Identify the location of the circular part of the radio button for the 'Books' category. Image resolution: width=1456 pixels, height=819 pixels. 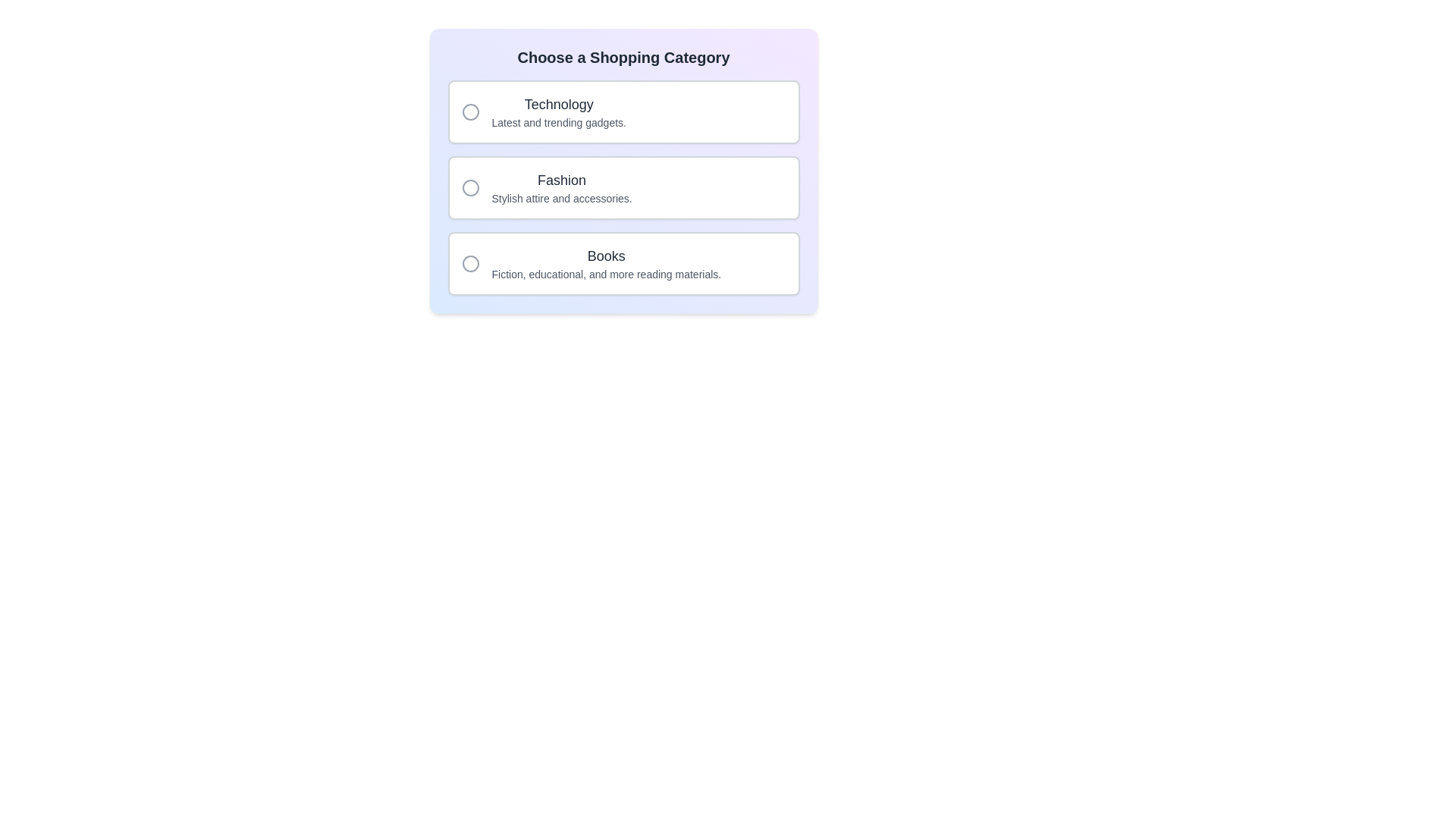
(469, 262).